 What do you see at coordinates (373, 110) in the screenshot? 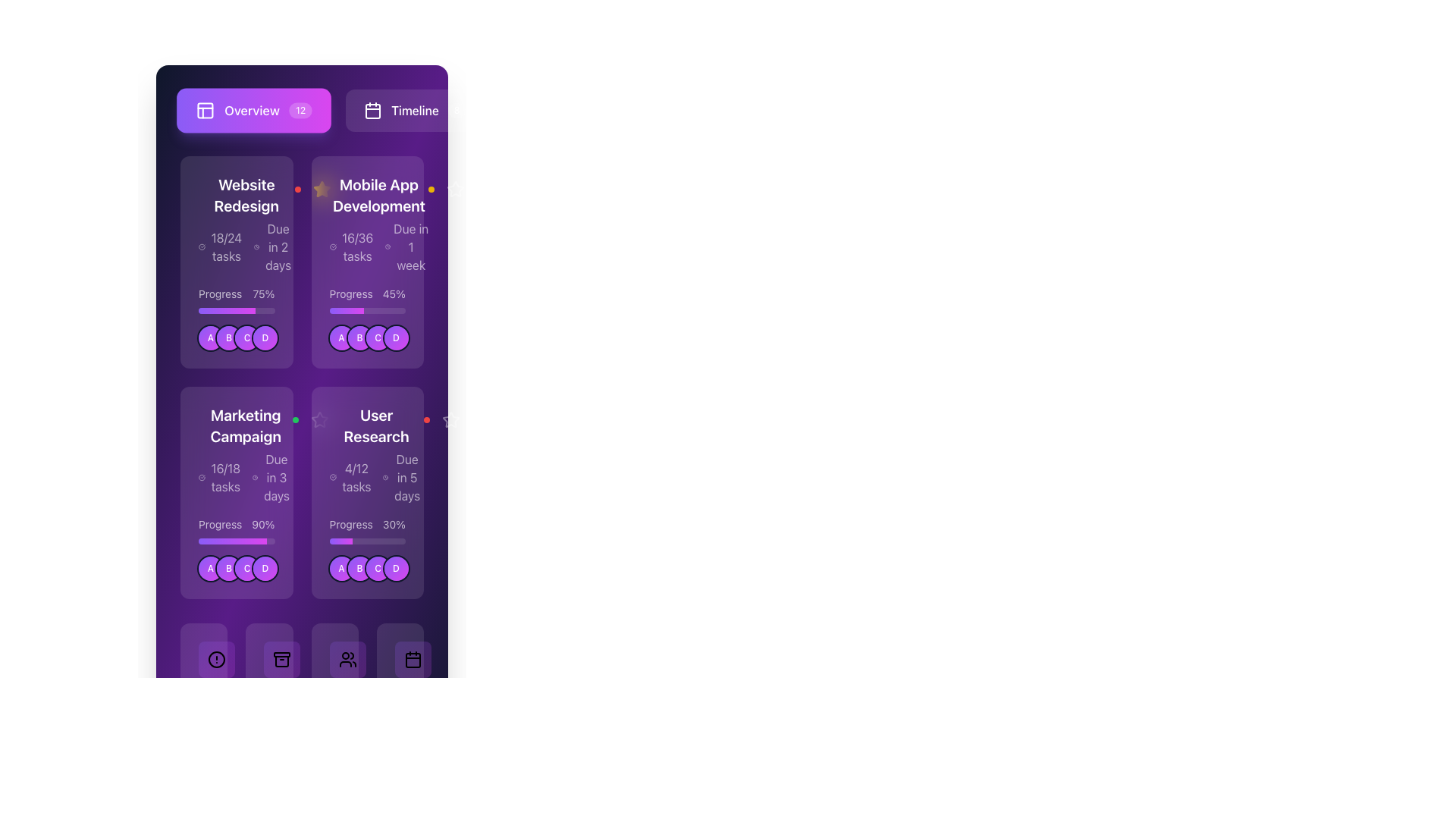
I see `the calendar icon located in the 'Timeline' option at the top right corner of the navigation section, which precedes the label 'Timeline.'` at bounding box center [373, 110].